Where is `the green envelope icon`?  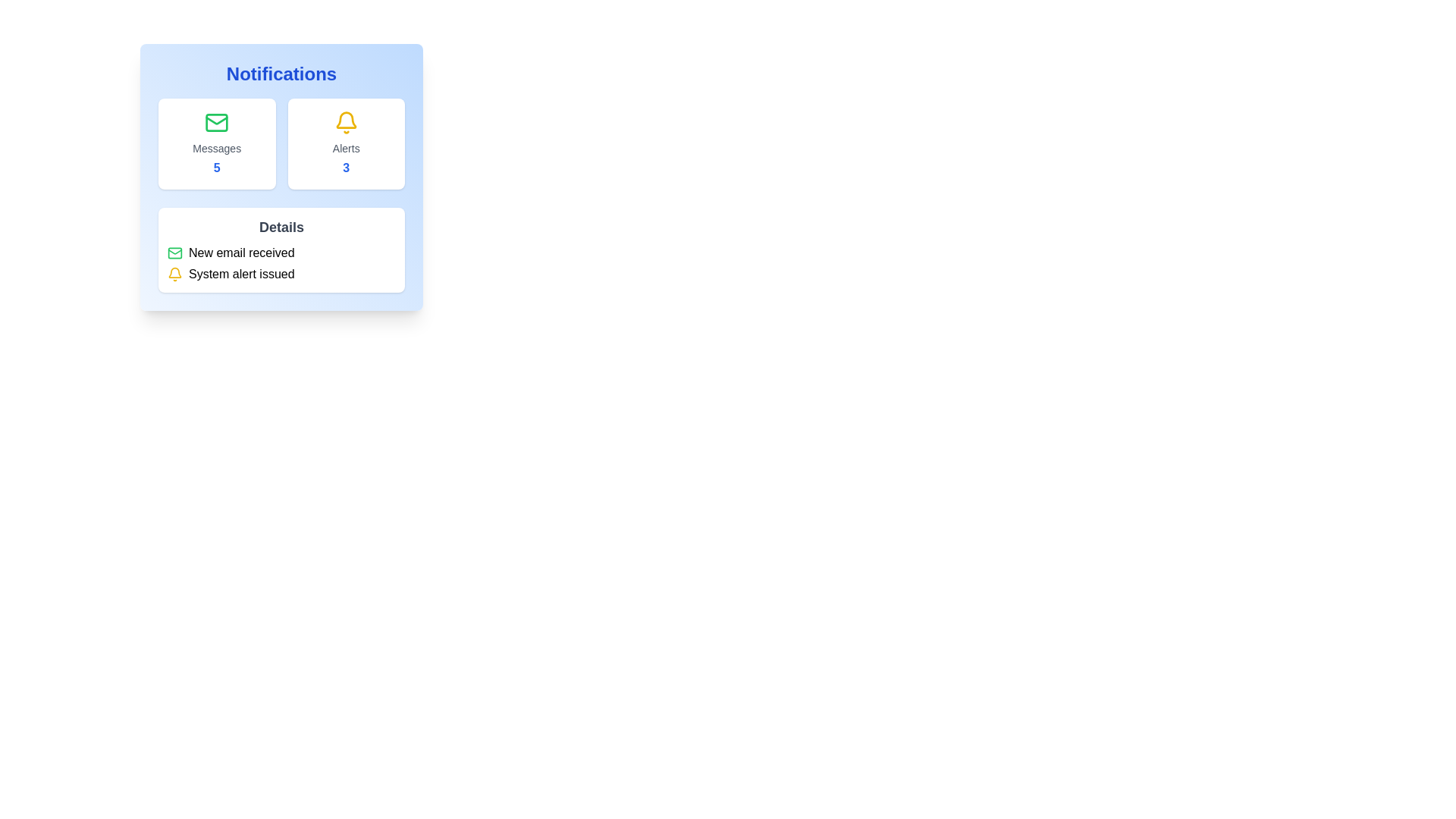
the green envelope icon is located at coordinates (216, 122).